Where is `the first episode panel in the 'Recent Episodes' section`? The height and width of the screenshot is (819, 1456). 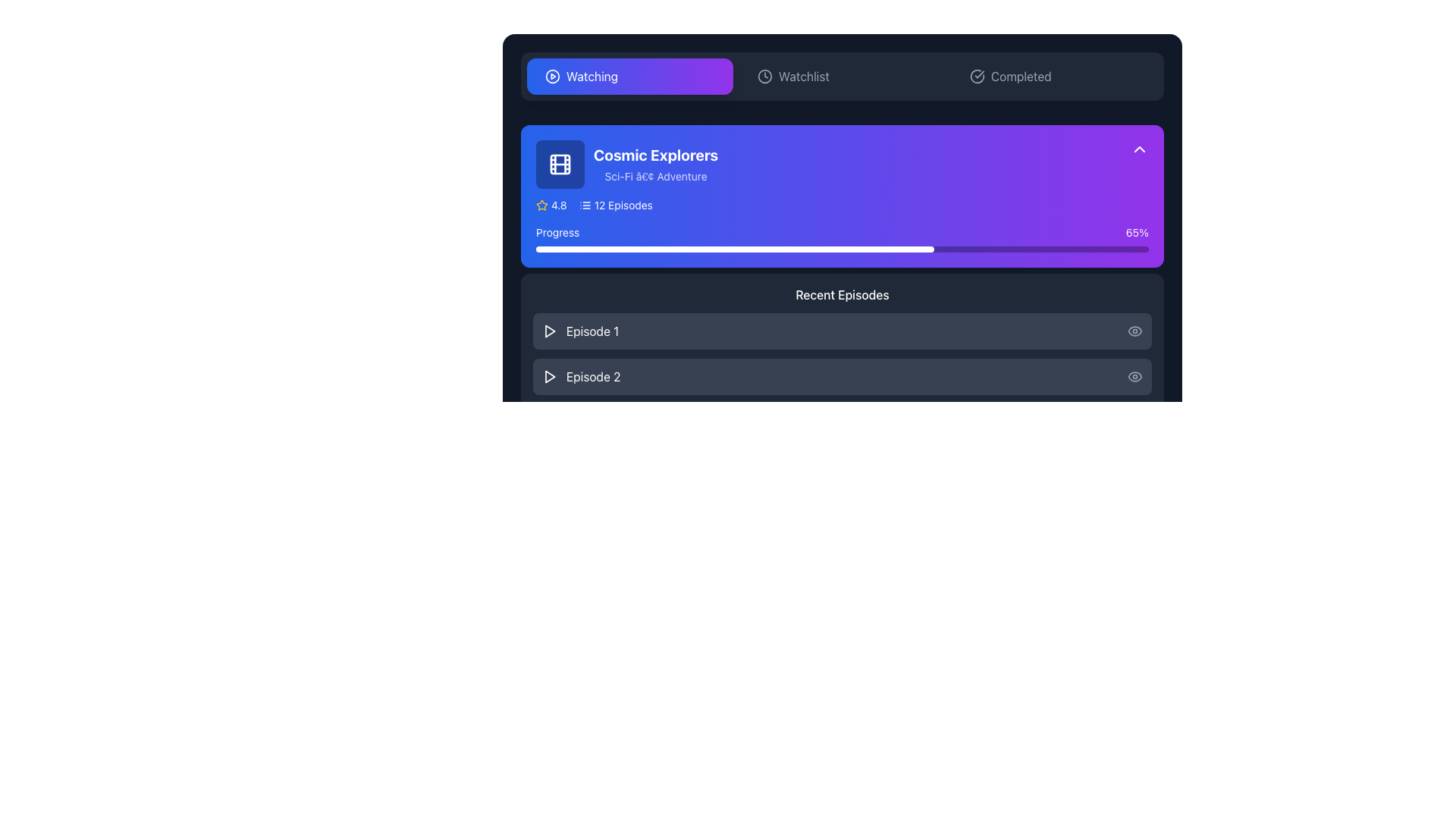 the first episode panel in the 'Recent Episodes' section is located at coordinates (841, 330).